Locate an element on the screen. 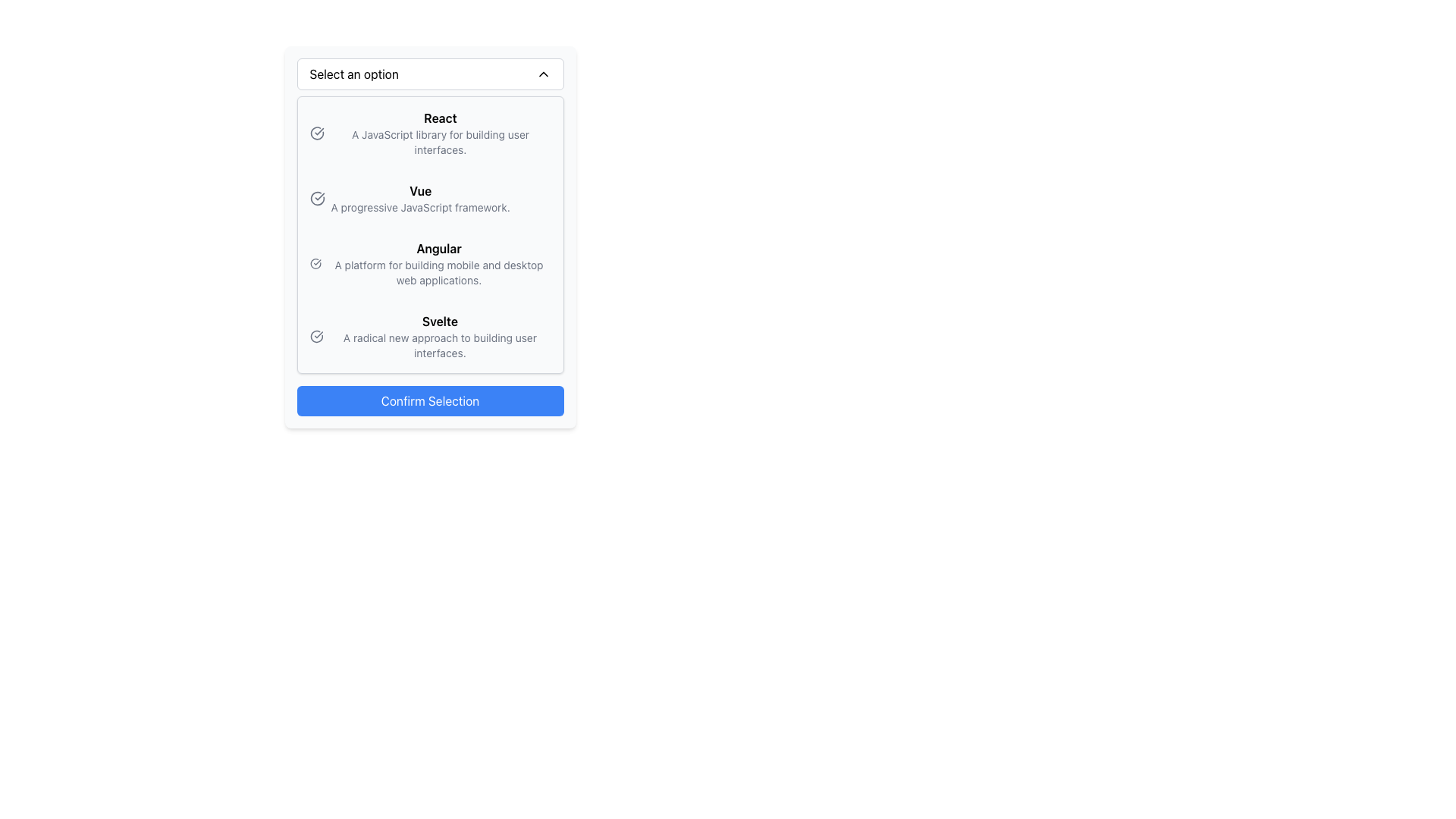 The height and width of the screenshot is (819, 1456). the status indicator icon associated with the 'Angular' option in the selectable list to enhance visual clarity for the user is located at coordinates (315, 262).